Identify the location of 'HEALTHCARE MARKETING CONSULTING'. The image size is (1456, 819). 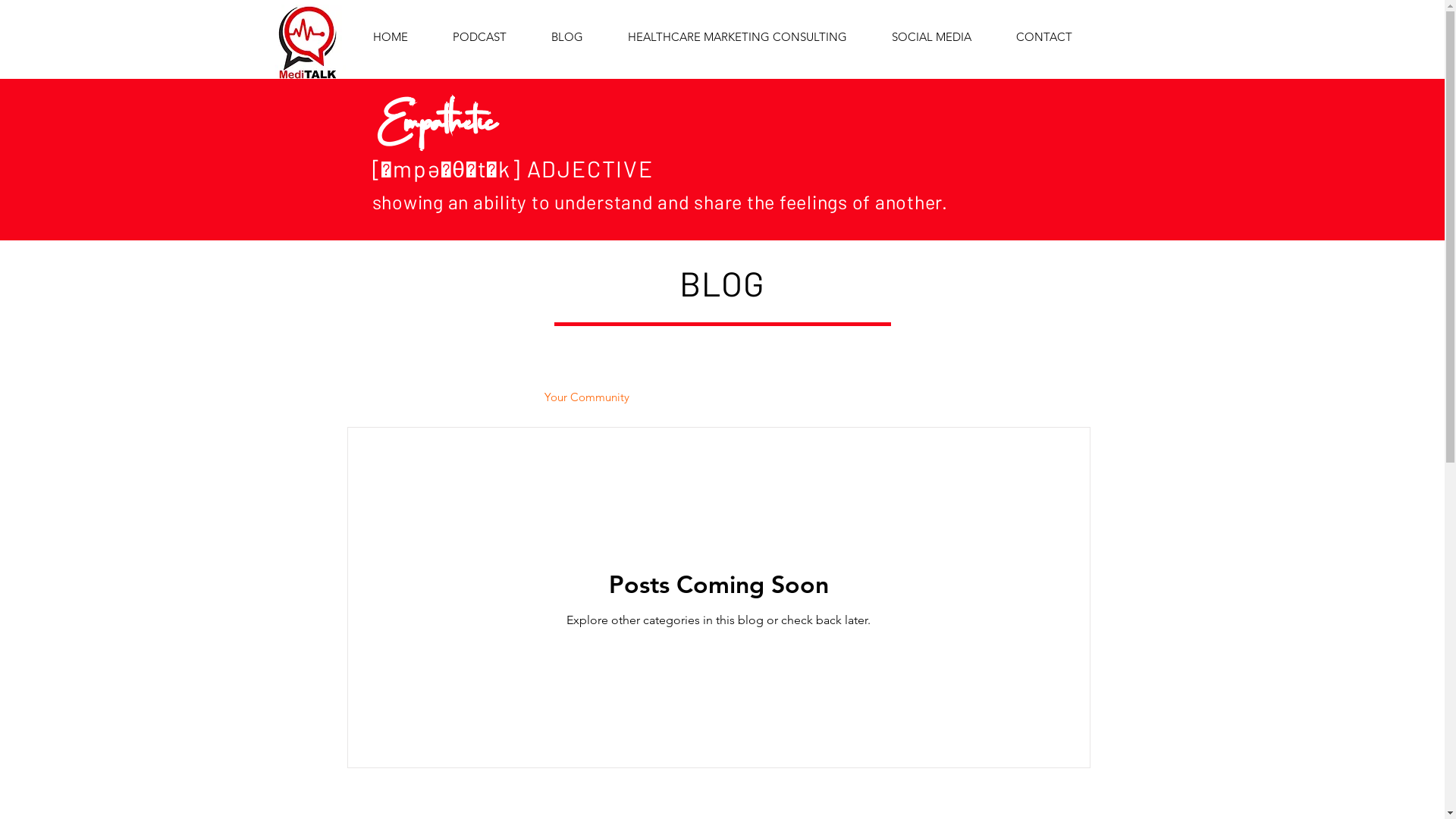
(737, 36).